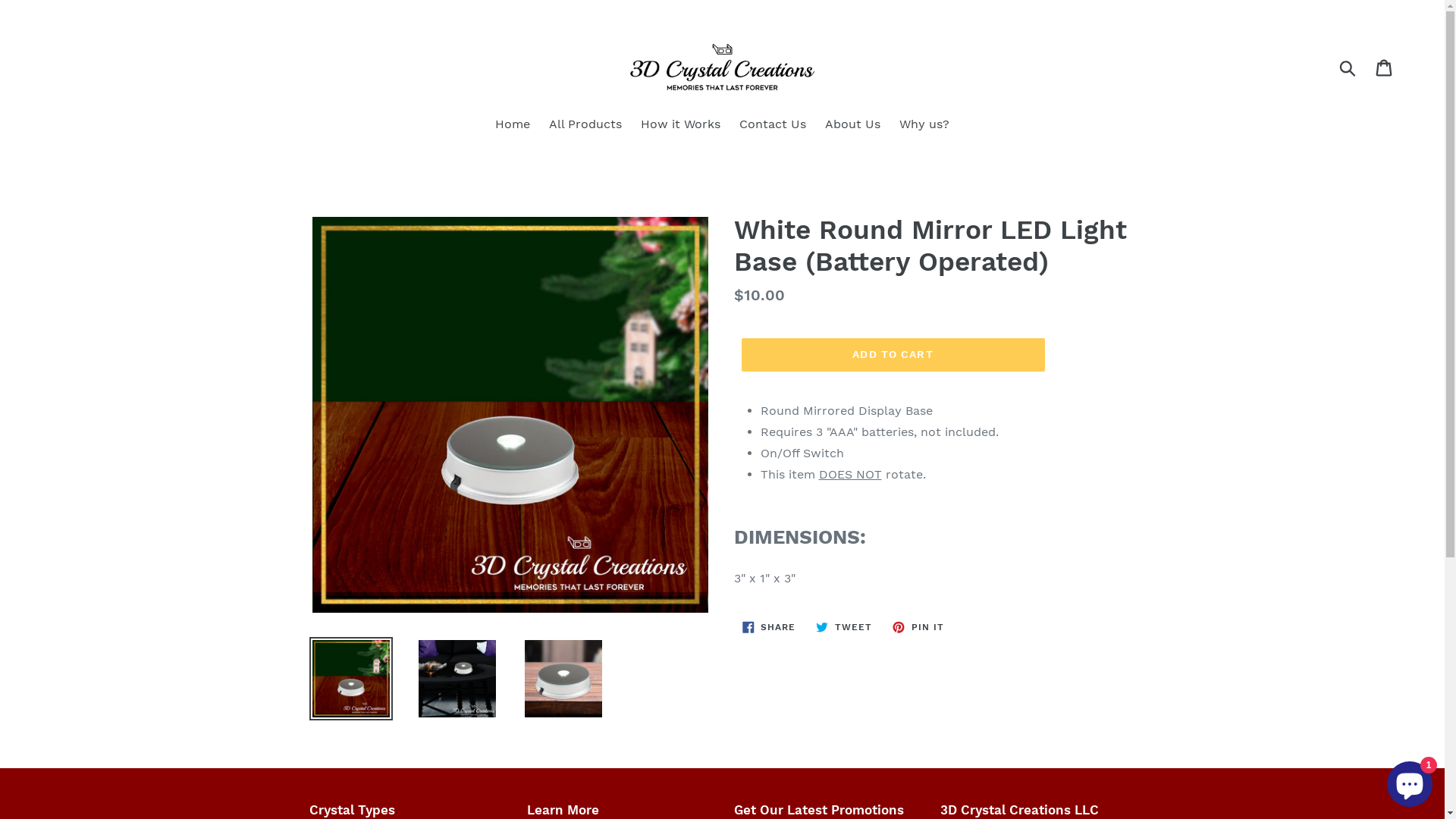 The height and width of the screenshot is (819, 1456). I want to click on 'ADD TO CART', so click(893, 354).